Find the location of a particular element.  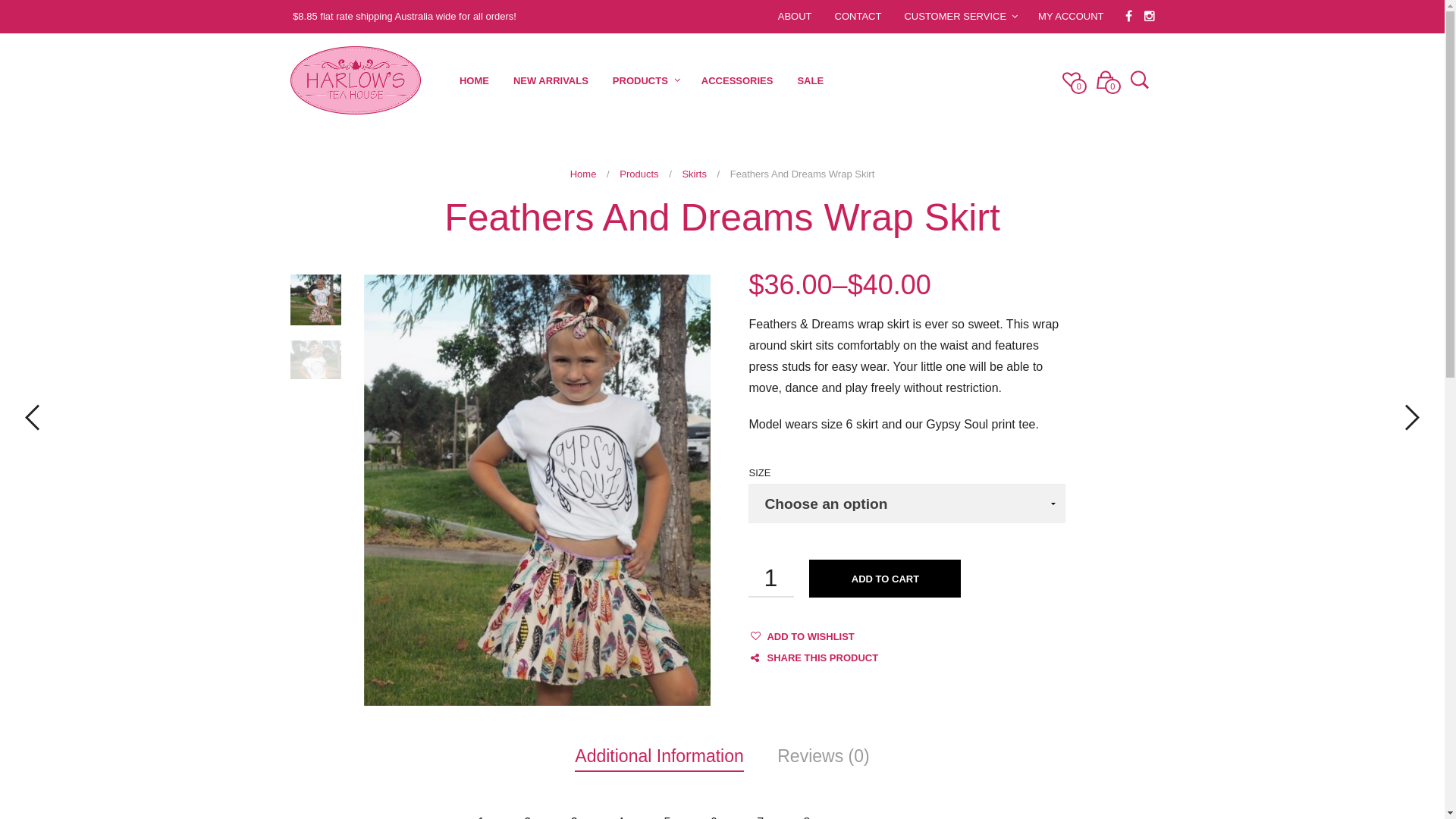

'Qty' is located at coordinates (771, 579).